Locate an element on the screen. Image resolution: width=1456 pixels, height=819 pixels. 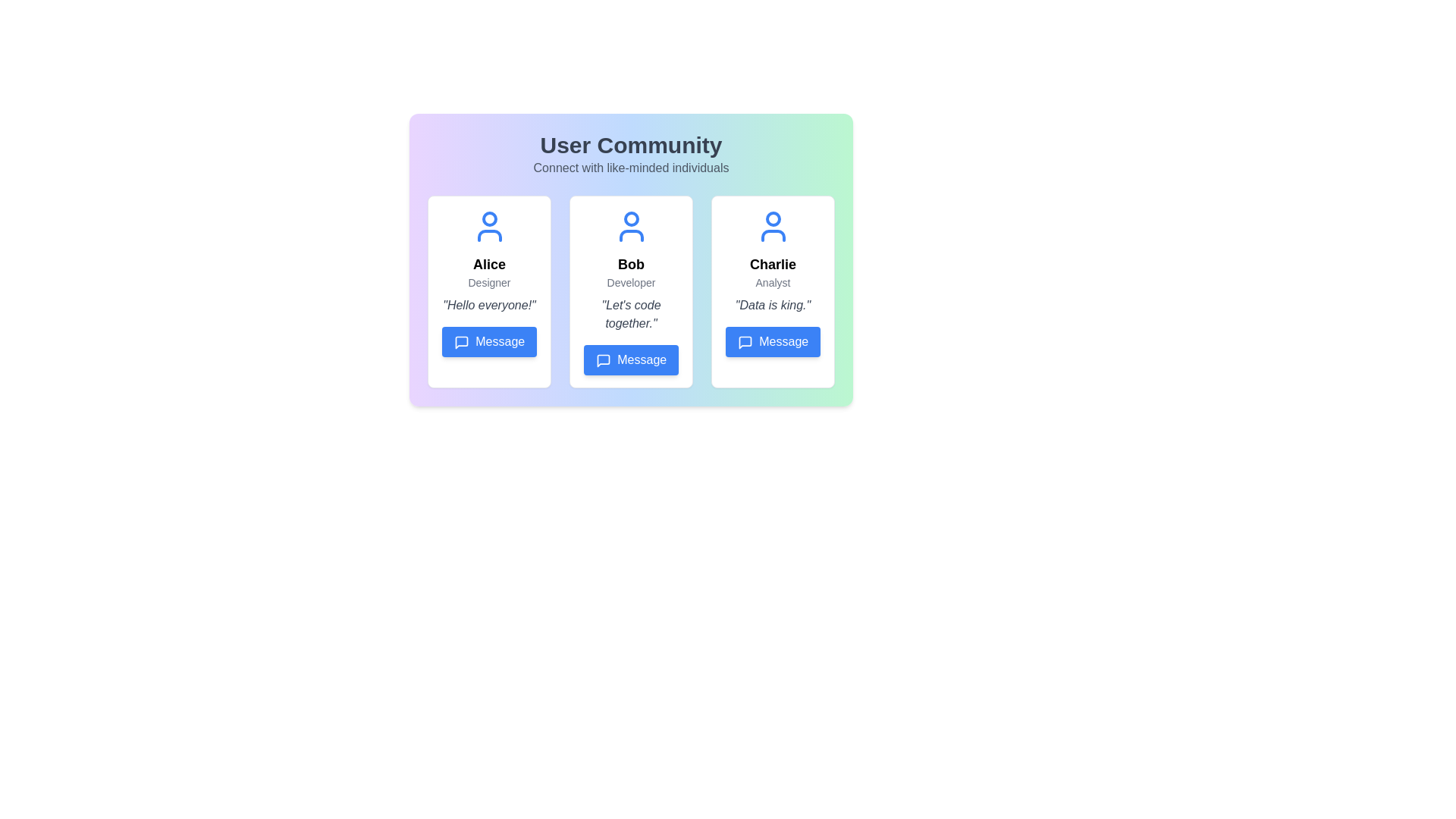
the second text label within the card element that displays the role or title of the person, located just under the name 'Bob' is located at coordinates (631, 283).